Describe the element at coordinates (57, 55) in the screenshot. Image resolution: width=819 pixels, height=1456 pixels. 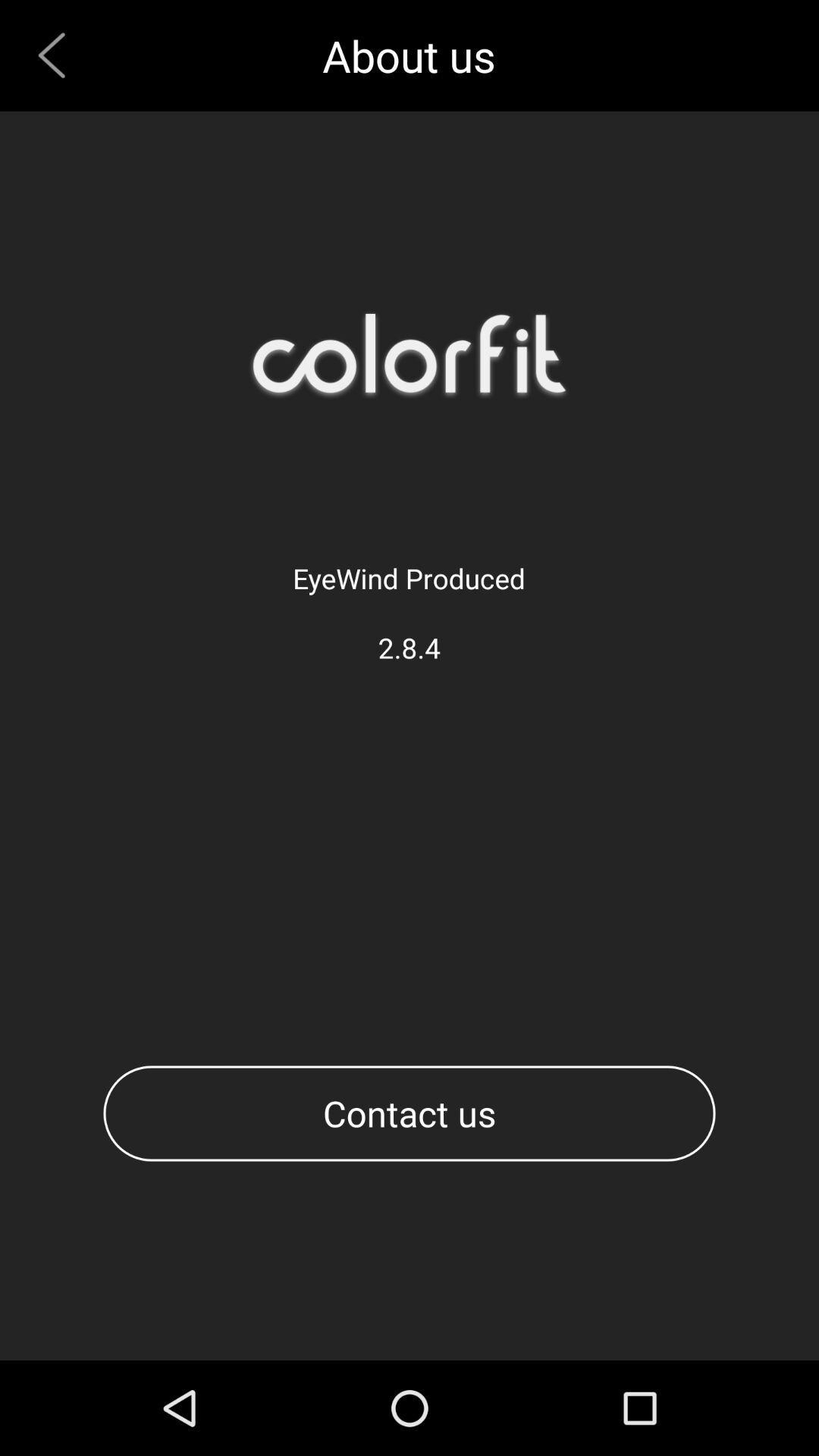
I see `previous` at that location.